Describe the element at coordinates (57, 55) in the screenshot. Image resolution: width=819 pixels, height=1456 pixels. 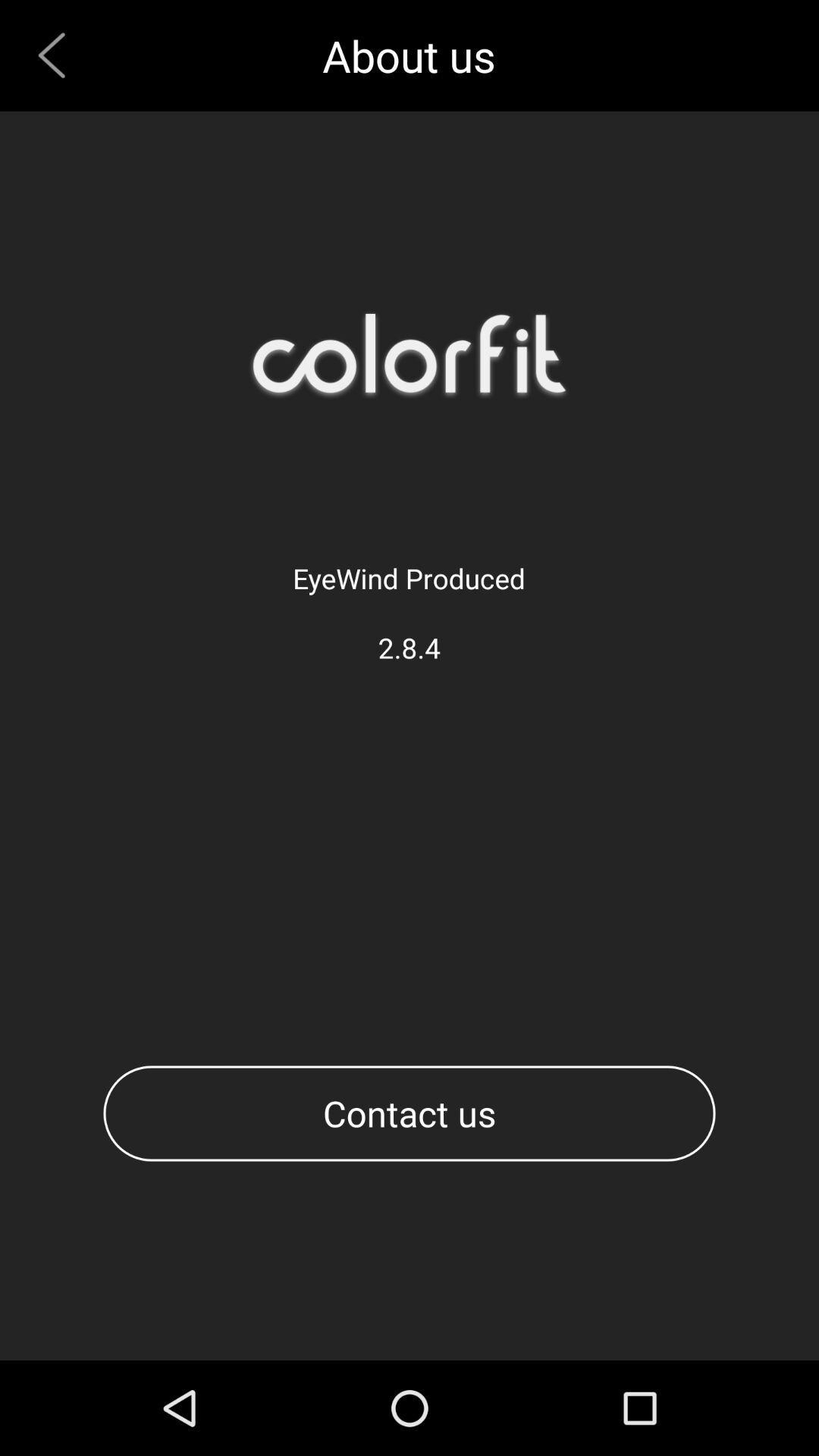
I see `previous` at that location.